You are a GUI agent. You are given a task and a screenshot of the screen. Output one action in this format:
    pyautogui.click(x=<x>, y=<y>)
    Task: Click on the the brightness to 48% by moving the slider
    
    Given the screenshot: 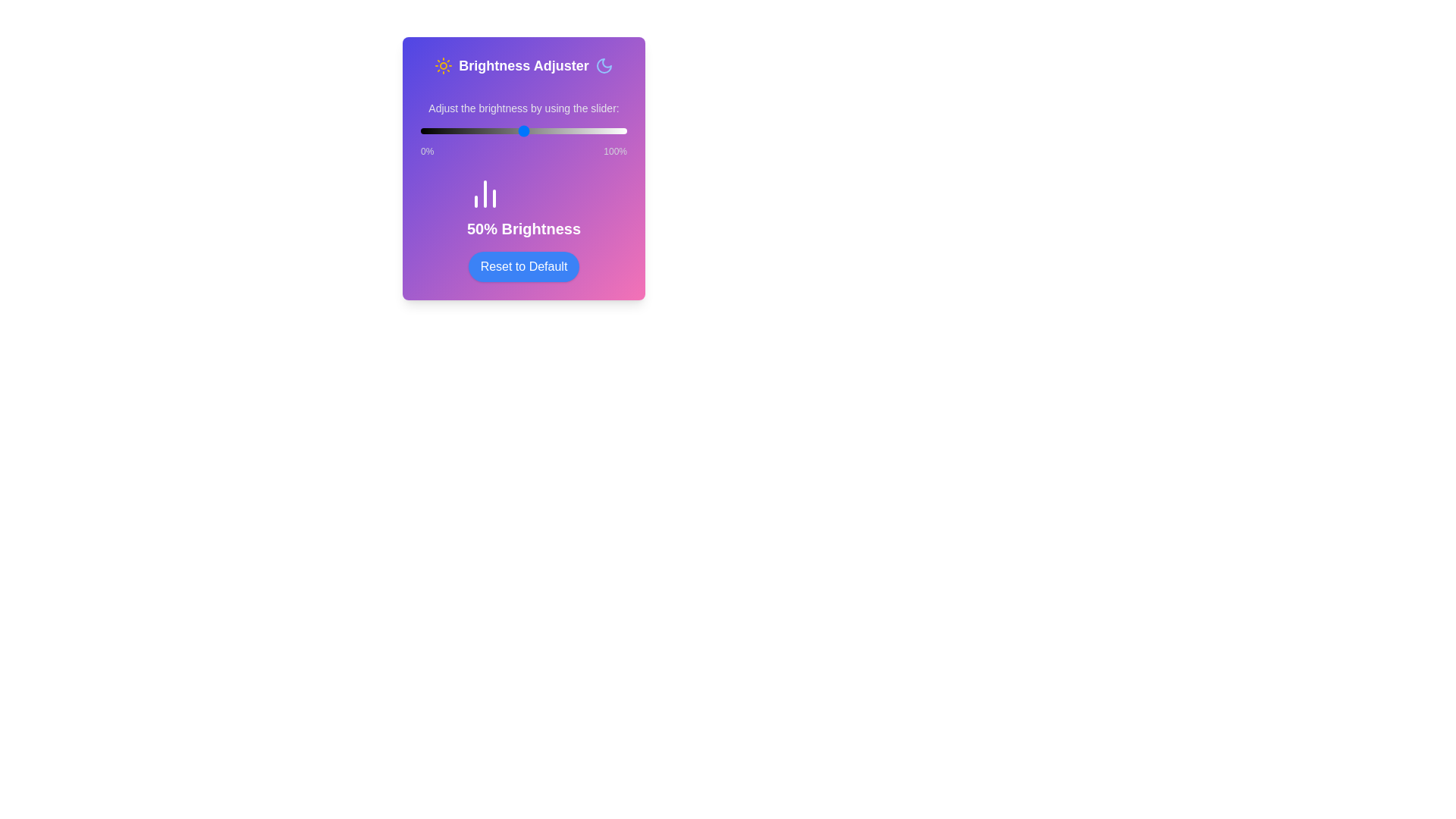 What is the action you would take?
    pyautogui.click(x=519, y=130)
    